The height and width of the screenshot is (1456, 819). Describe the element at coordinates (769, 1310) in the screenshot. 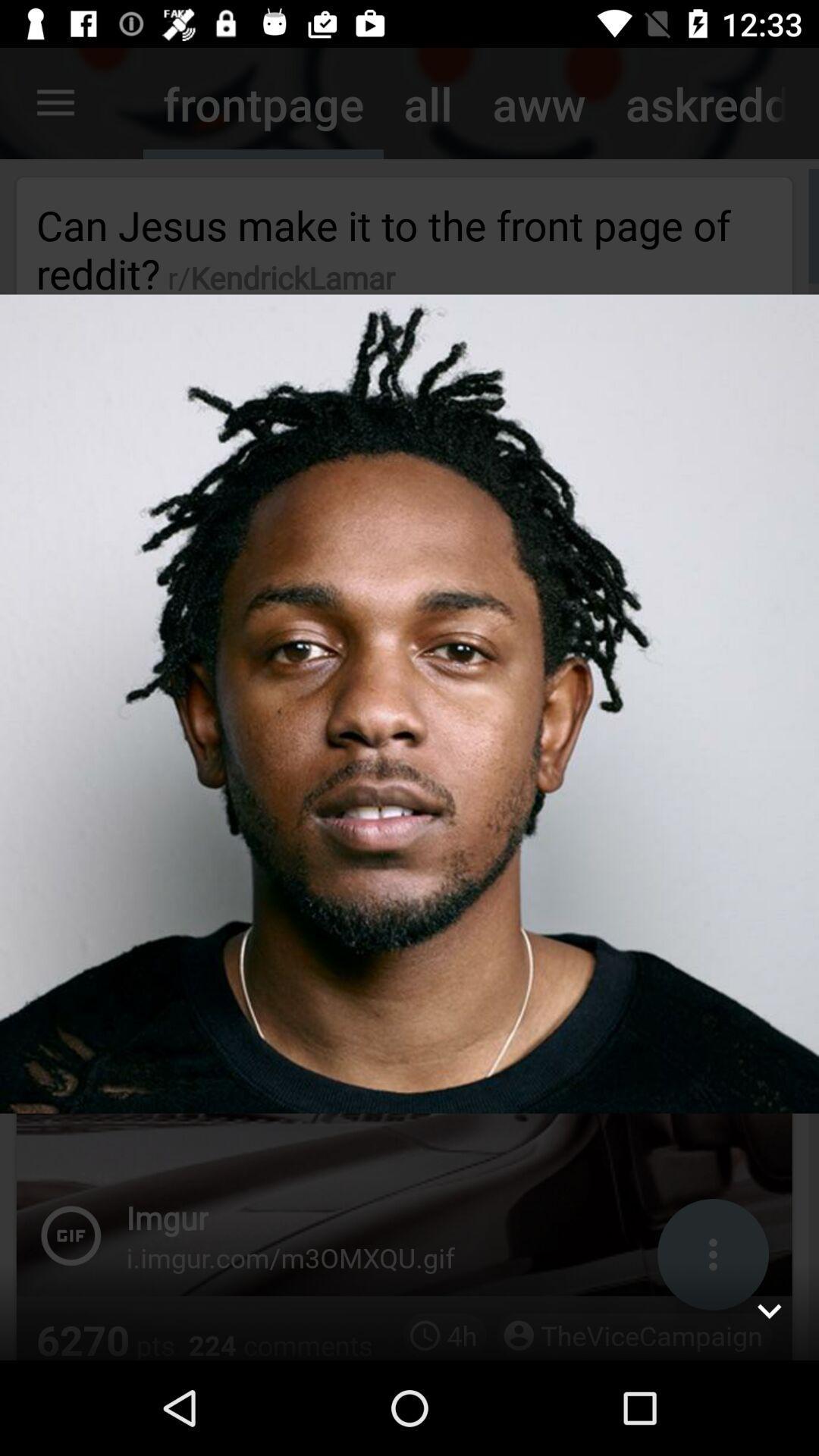

I see `the expand_more icon` at that location.